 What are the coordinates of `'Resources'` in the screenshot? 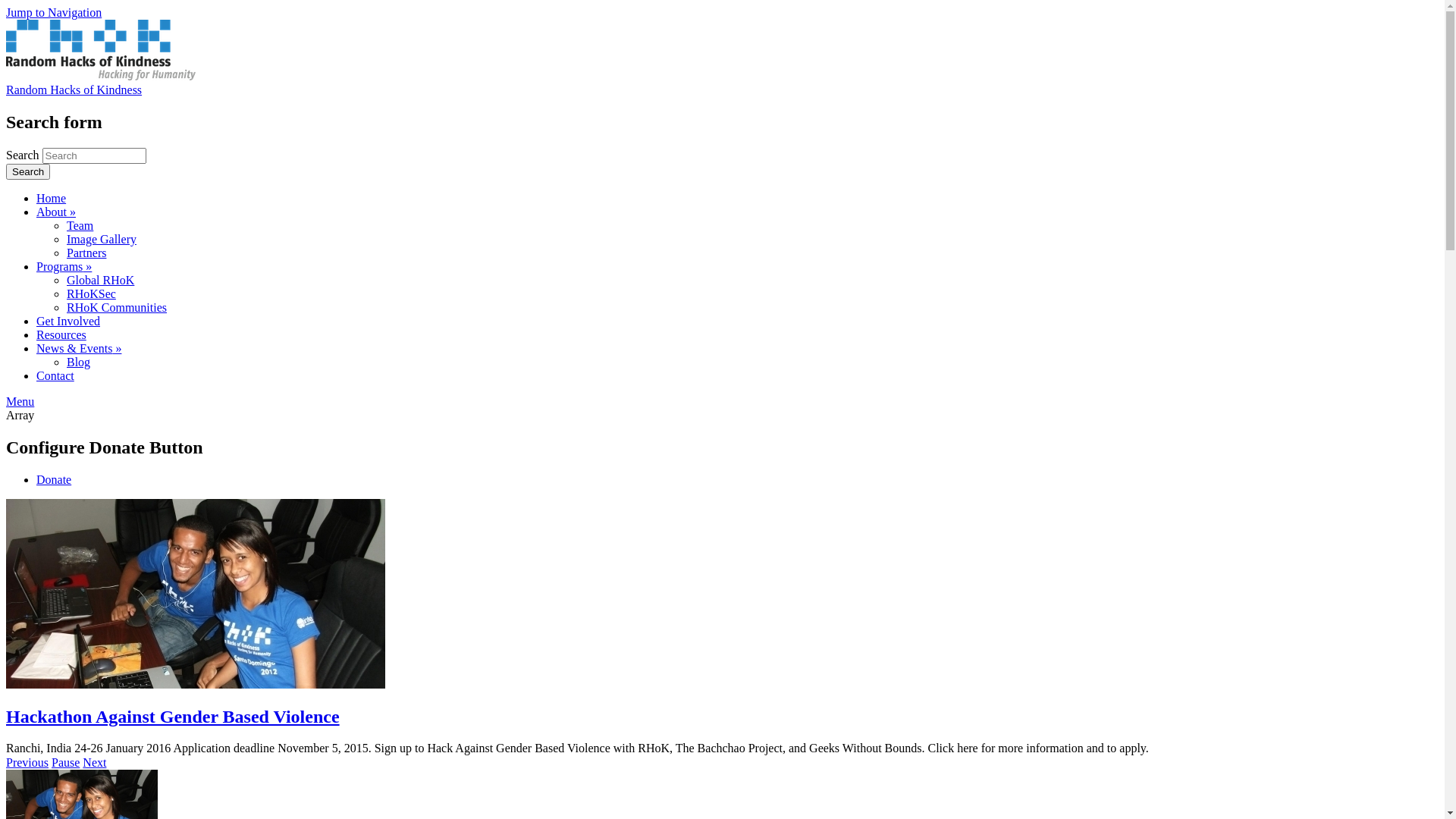 It's located at (61, 334).